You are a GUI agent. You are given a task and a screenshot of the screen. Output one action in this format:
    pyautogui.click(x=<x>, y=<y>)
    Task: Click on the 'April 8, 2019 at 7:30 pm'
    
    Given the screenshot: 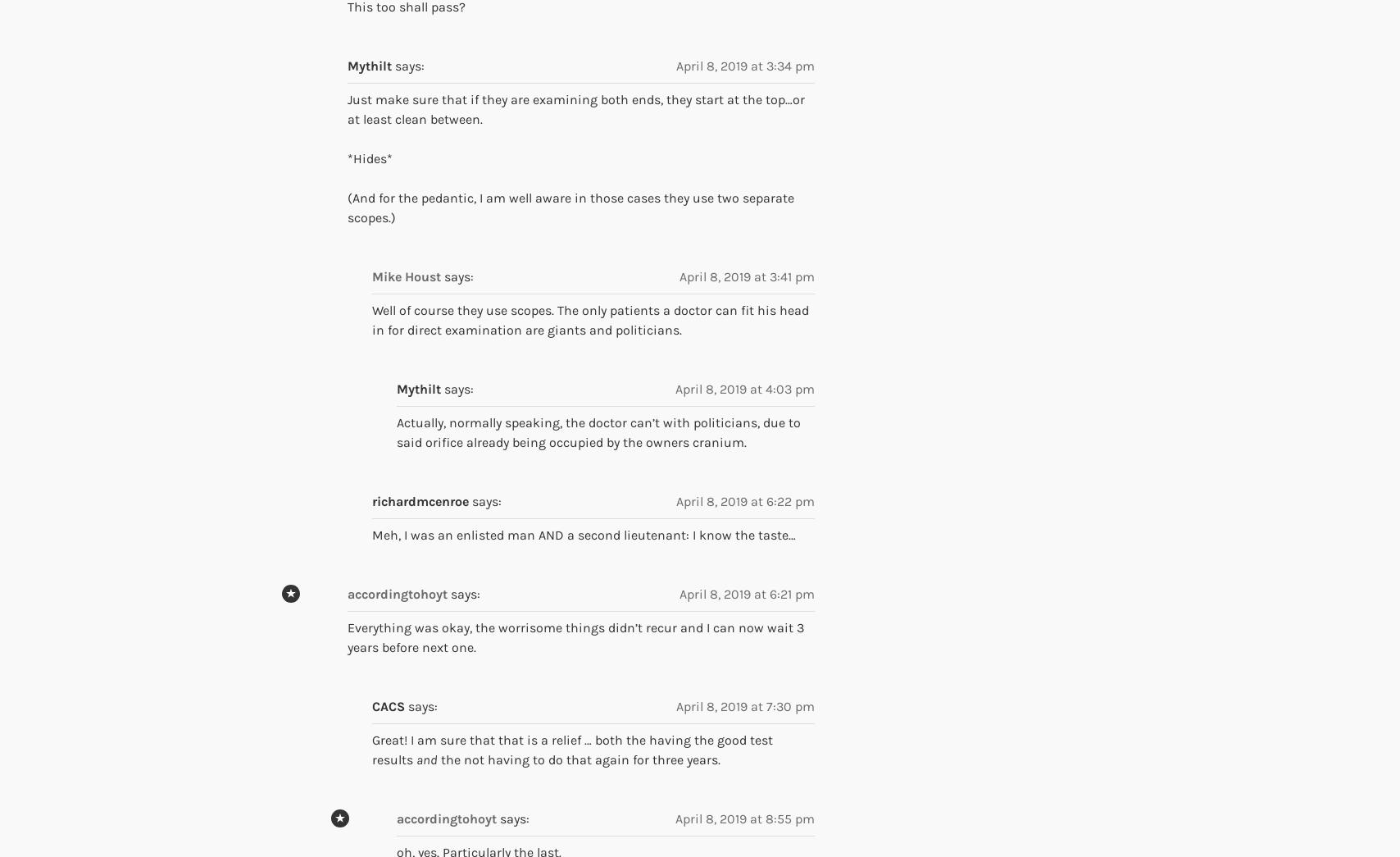 What is the action you would take?
    pyautogui.click(x=745, y=704)
    